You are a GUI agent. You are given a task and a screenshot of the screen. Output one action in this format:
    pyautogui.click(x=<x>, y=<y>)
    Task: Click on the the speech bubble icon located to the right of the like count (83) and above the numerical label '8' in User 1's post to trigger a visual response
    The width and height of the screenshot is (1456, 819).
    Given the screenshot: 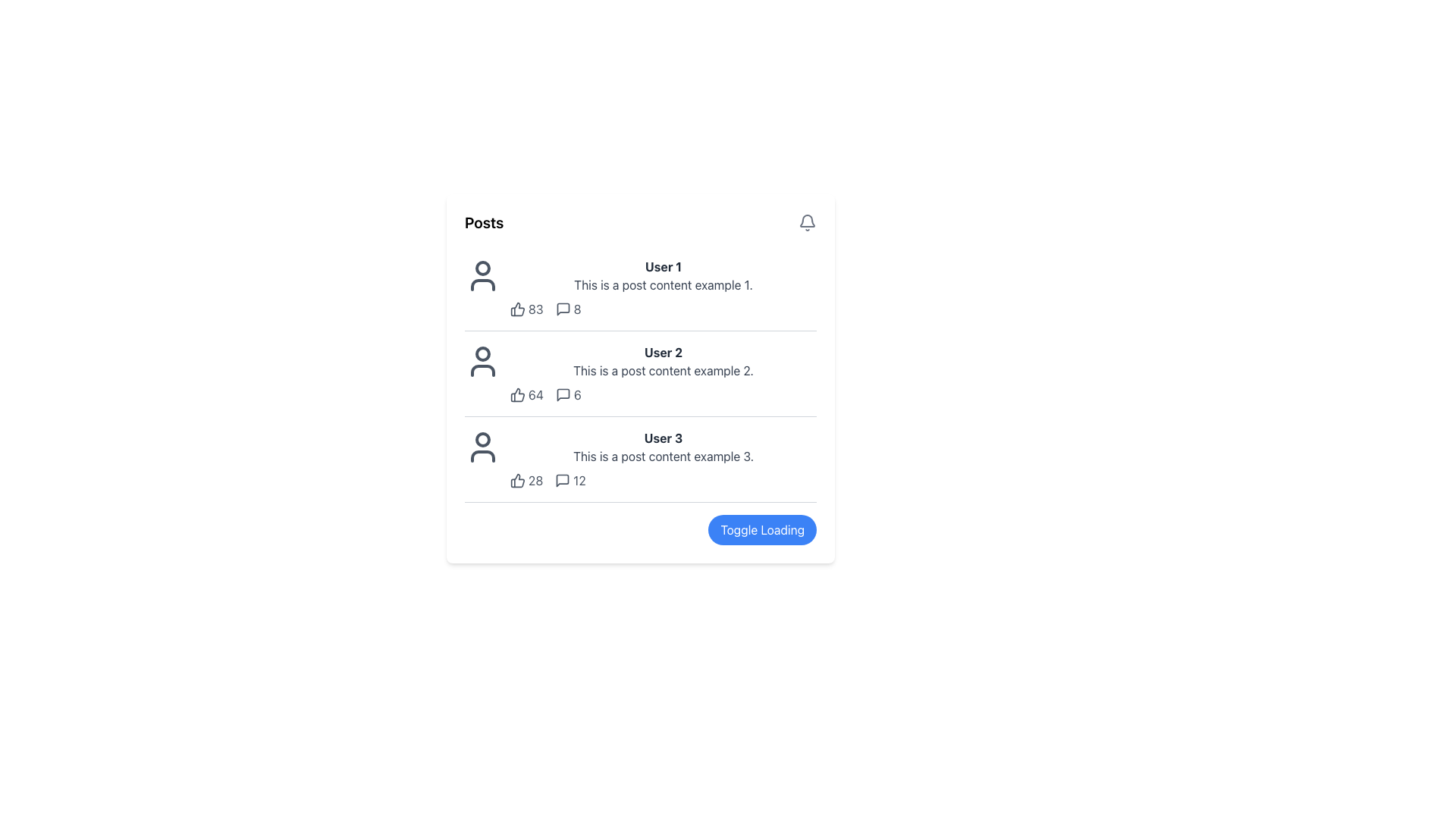 What is the action you would take?
    pyautogui.click(x=562, y=309)
    